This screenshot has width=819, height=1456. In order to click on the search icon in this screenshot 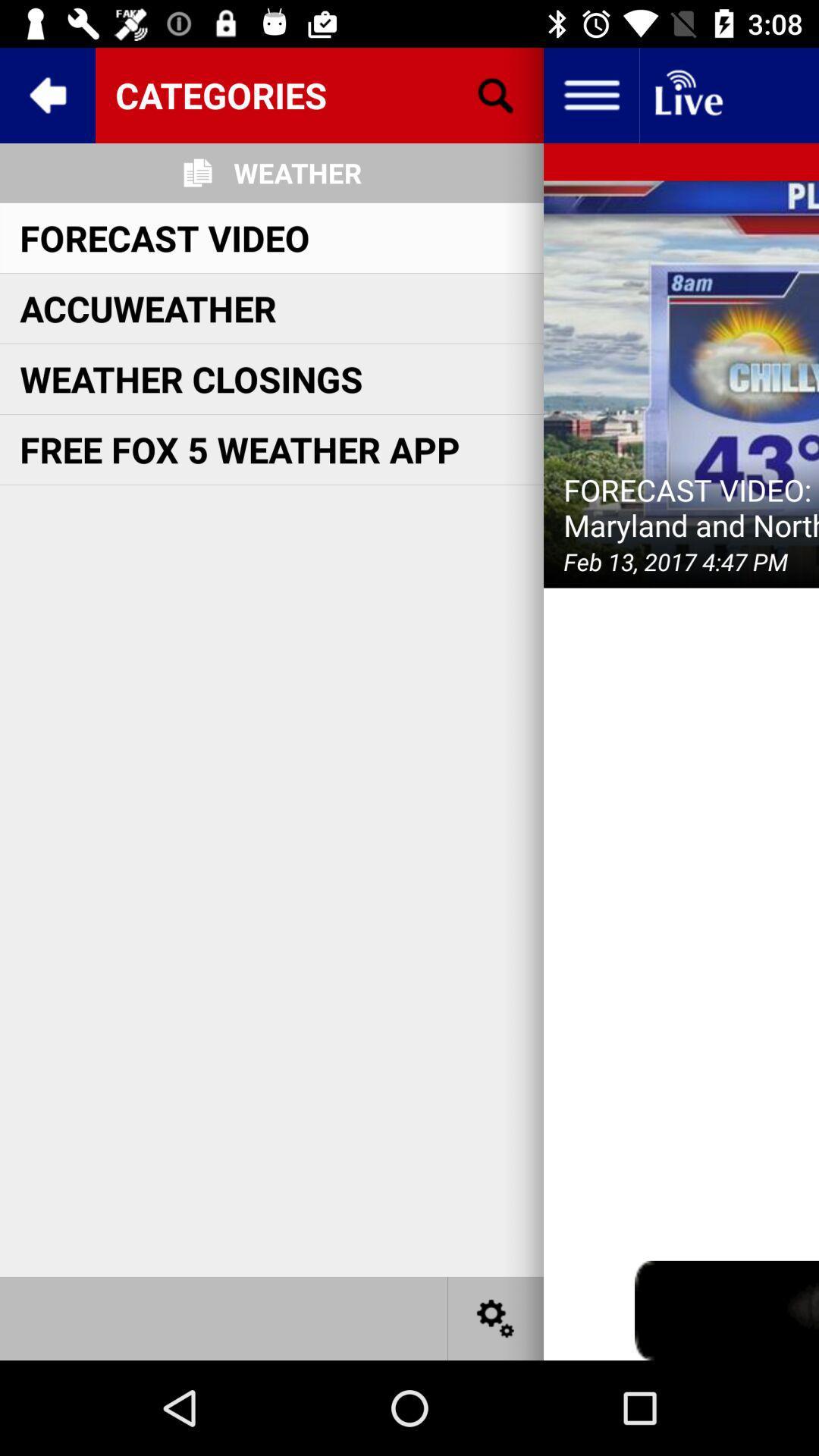, I will do `click(496, 94)`.